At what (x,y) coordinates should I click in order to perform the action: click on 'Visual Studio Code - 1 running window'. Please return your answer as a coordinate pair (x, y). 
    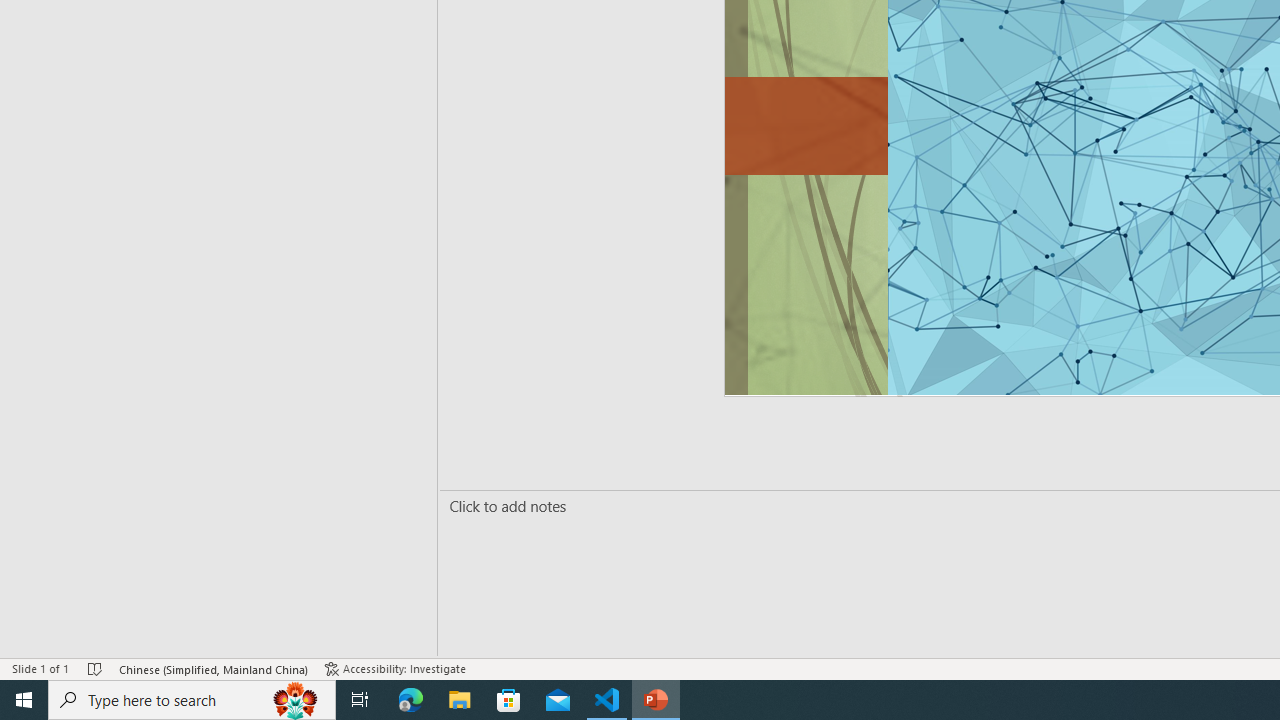
    Looking at the image, I should click on (606, 698).